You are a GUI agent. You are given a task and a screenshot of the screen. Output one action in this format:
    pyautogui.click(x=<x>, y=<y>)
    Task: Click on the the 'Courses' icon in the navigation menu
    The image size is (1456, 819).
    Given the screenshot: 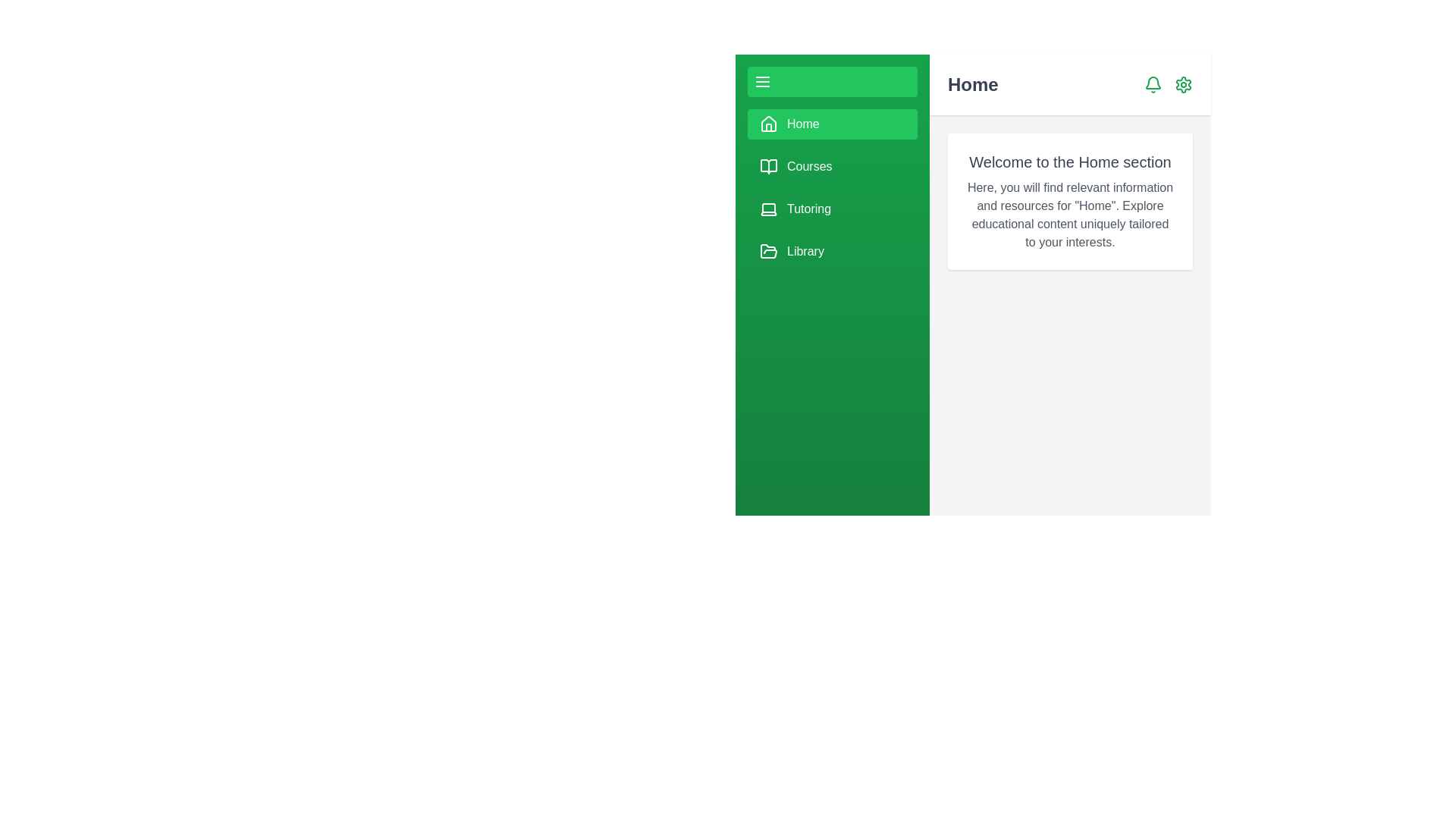 What is the action you would take?
    pyautogui.click(x=768, y=166)
    